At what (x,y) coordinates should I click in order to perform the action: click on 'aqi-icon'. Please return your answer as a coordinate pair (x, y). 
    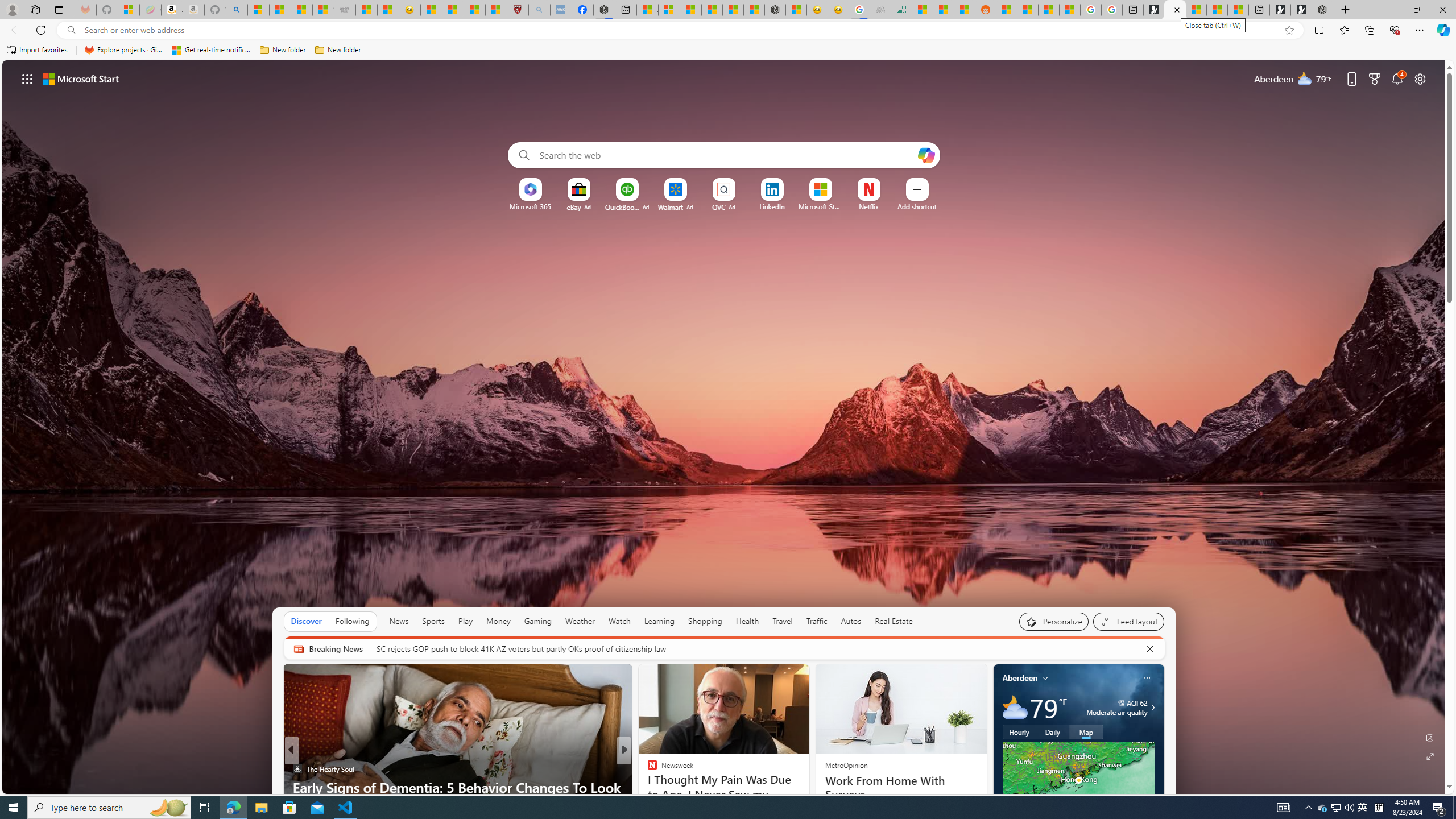
    Looking at the image, I should click on (1122, 702).